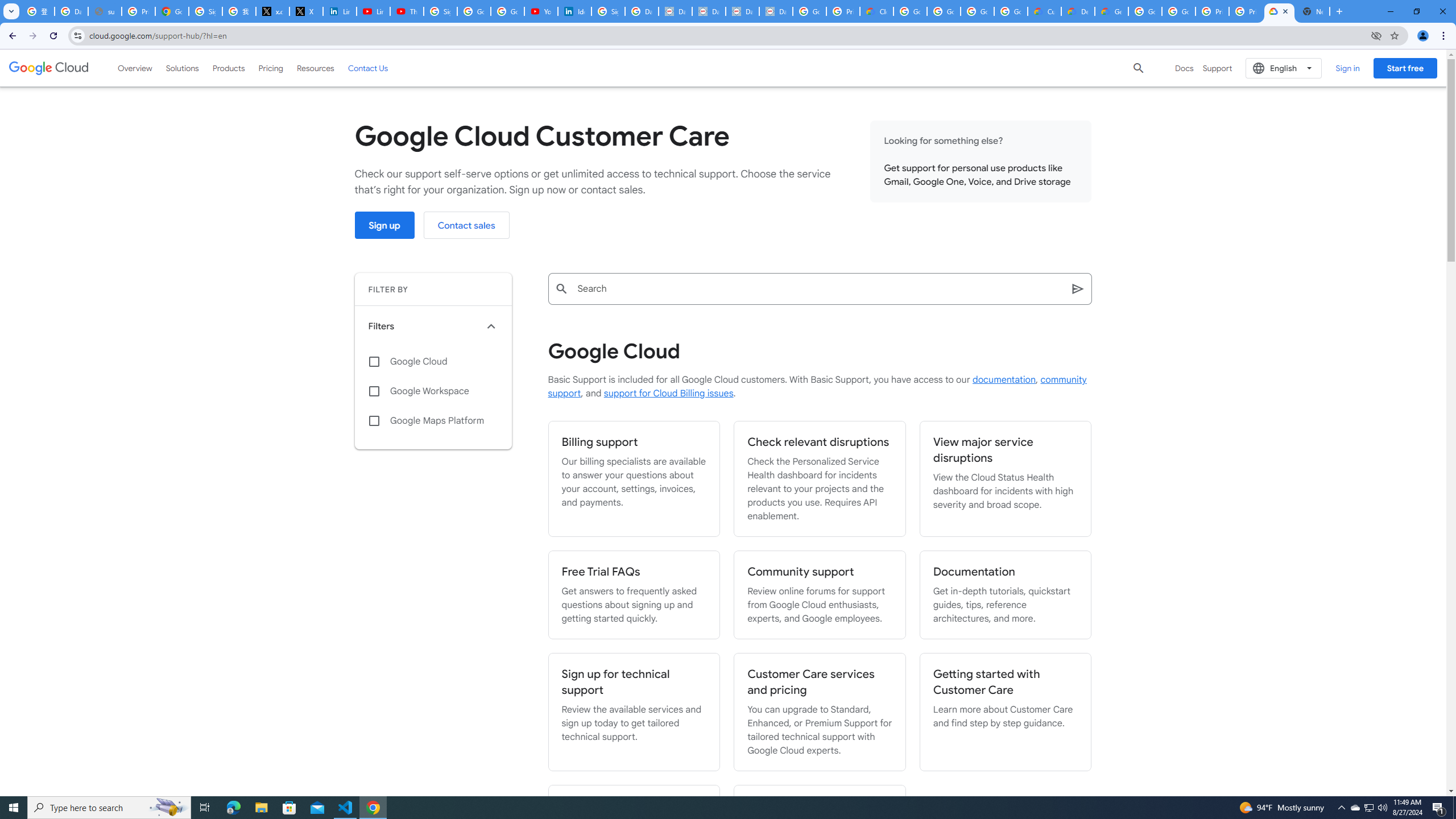  I want to click on 'Google Workspace - Specific Terms', so click(1010, 11).